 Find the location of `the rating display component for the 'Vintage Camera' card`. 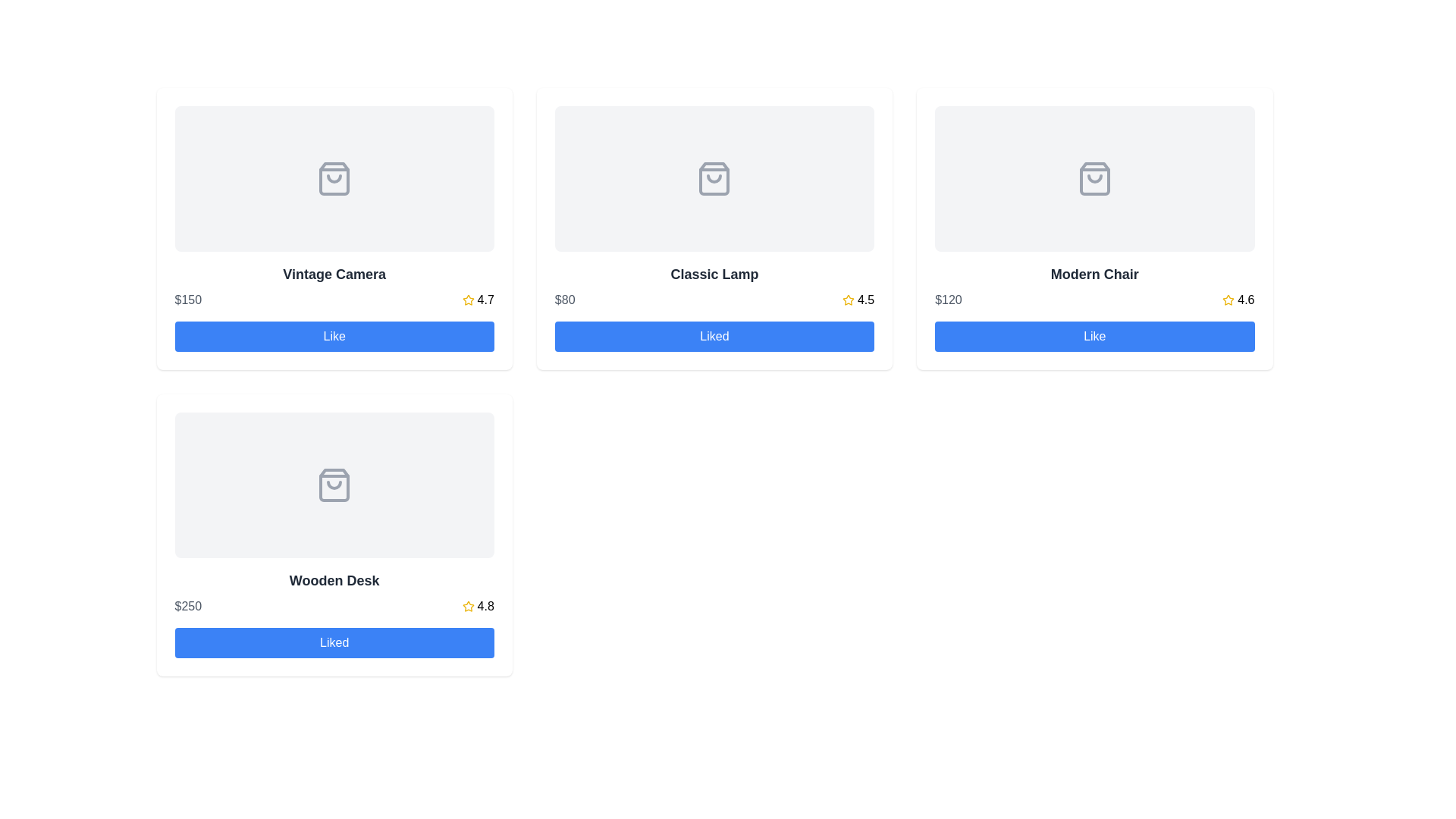

the rating display component for the 'Vintage Camera' card is located at coordinates (477, 300).